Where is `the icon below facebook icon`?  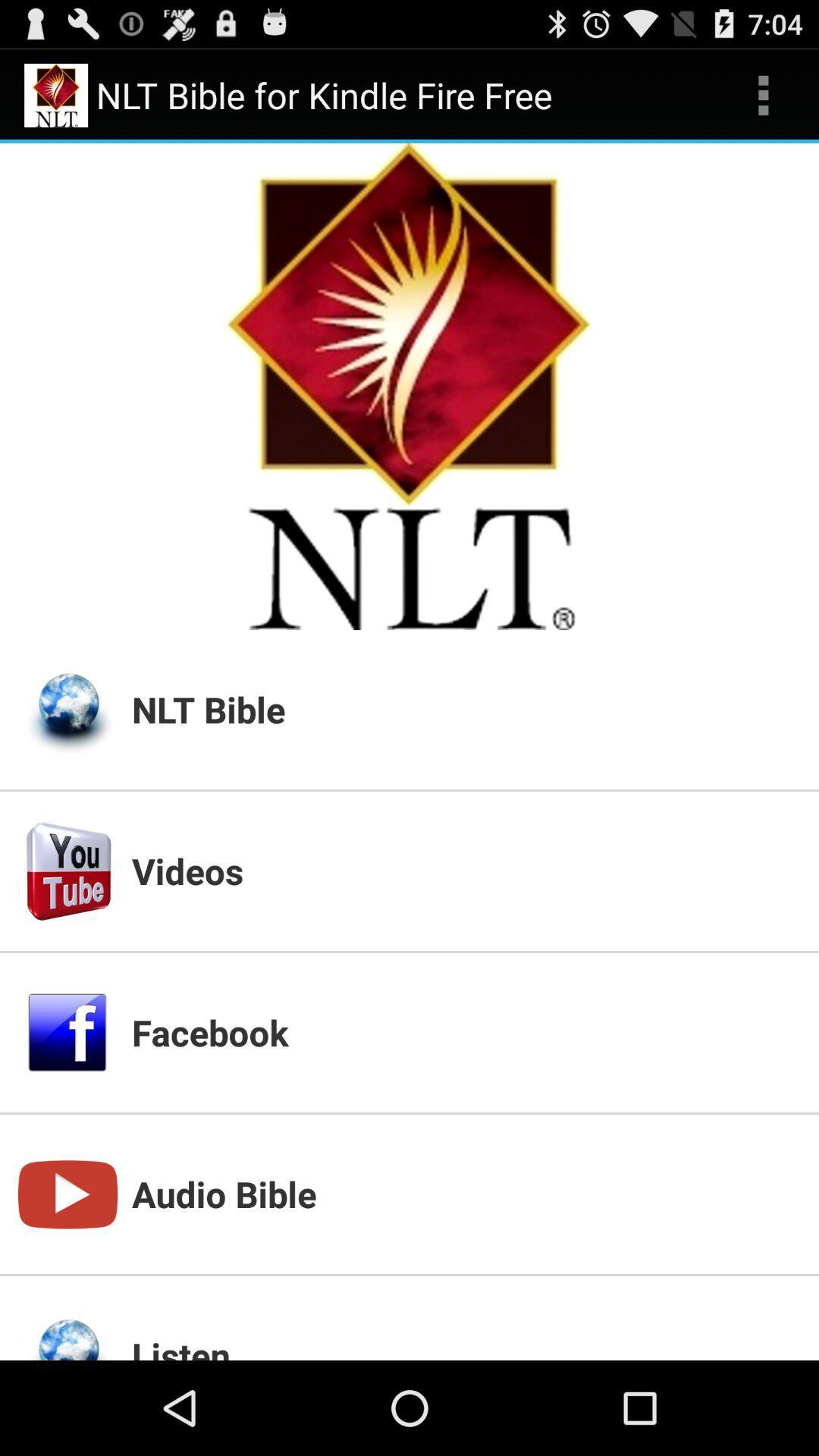 the icon below facebook icon is located at coordinates (465, 1193).